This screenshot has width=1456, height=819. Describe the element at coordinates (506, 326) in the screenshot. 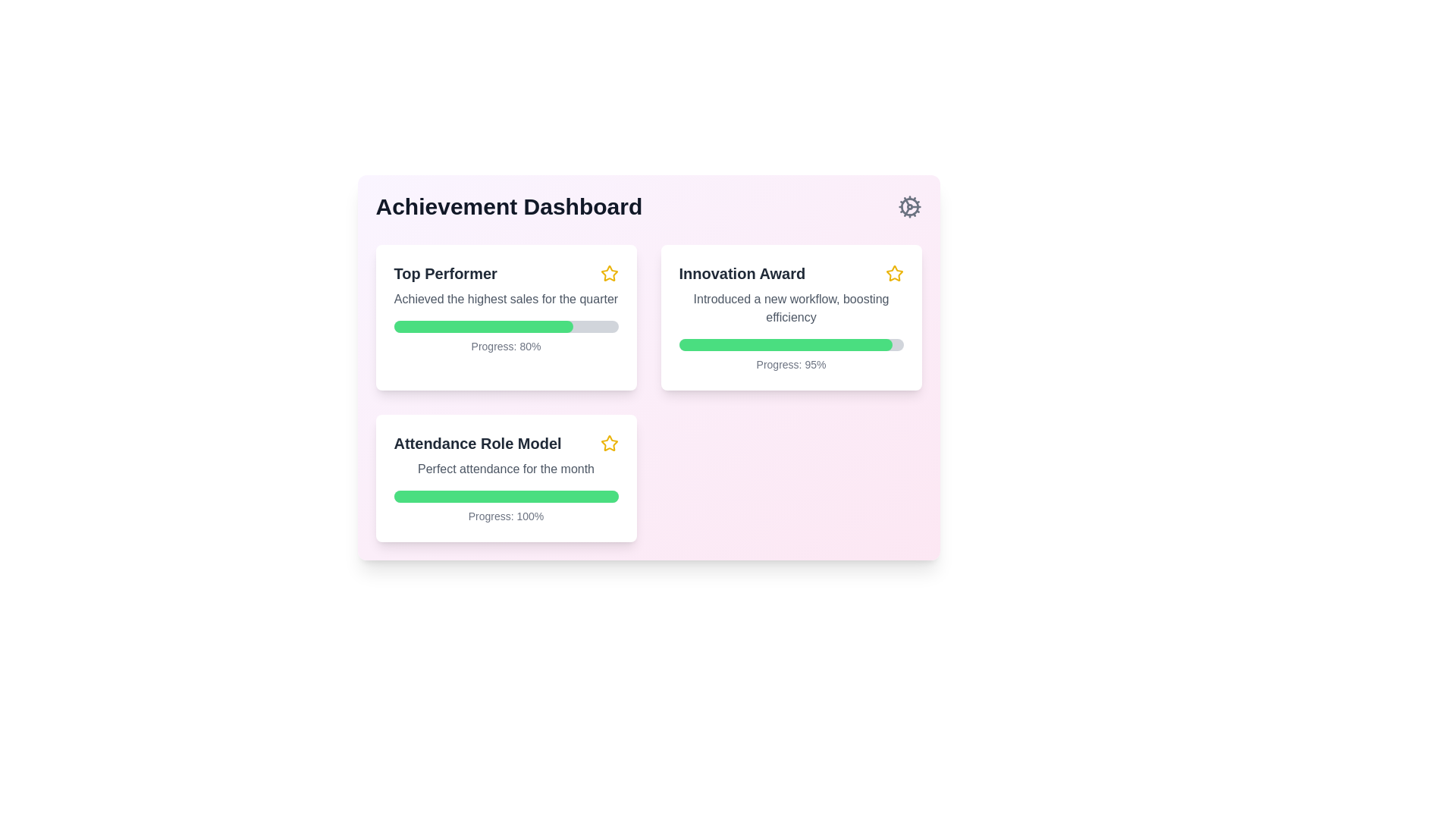

I see `the horizontal progress bar located under the 'Top Performer' section, which has a gray background and a green foreground filled to 80% progress` at that location.